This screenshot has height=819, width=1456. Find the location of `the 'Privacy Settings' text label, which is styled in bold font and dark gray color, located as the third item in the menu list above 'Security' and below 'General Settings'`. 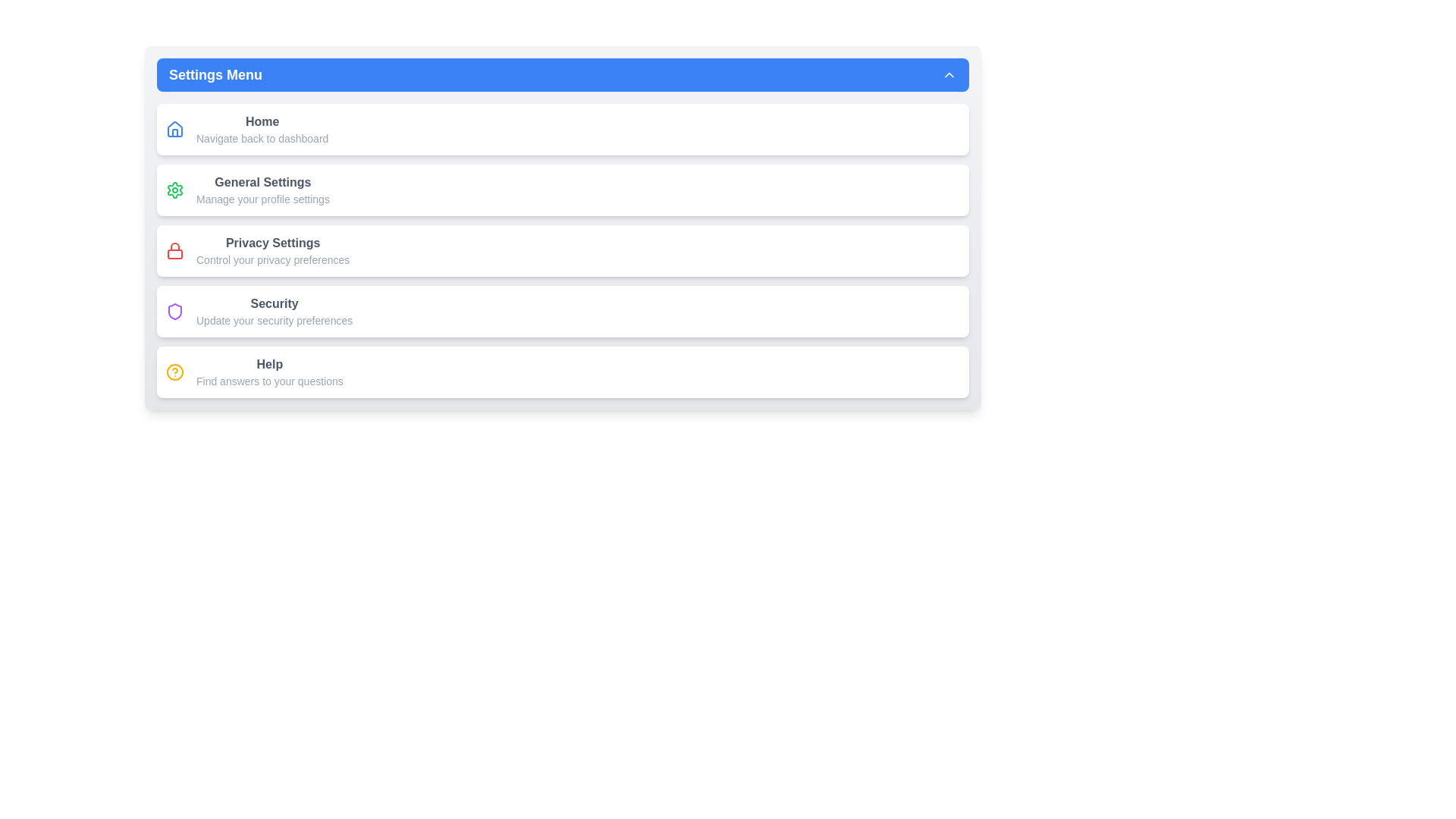

the 'Privacy Settings' text label, which is styled in bold font and dark gray color, located as the third item in the menu list above 'Security' and below 'General Settings' is located at coordinates (273, 242).